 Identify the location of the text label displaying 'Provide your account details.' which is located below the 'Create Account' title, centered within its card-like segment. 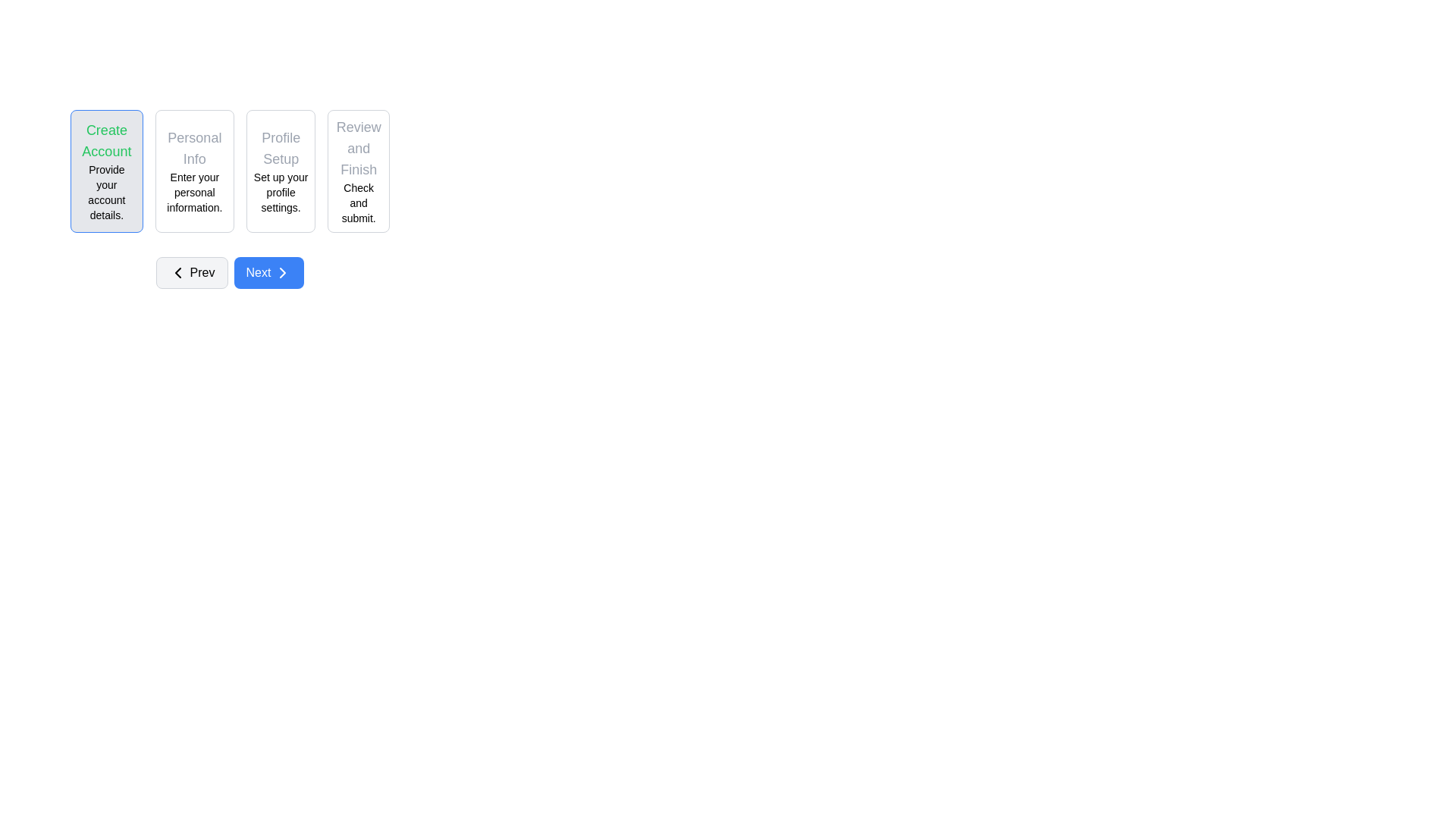
(105, 192).